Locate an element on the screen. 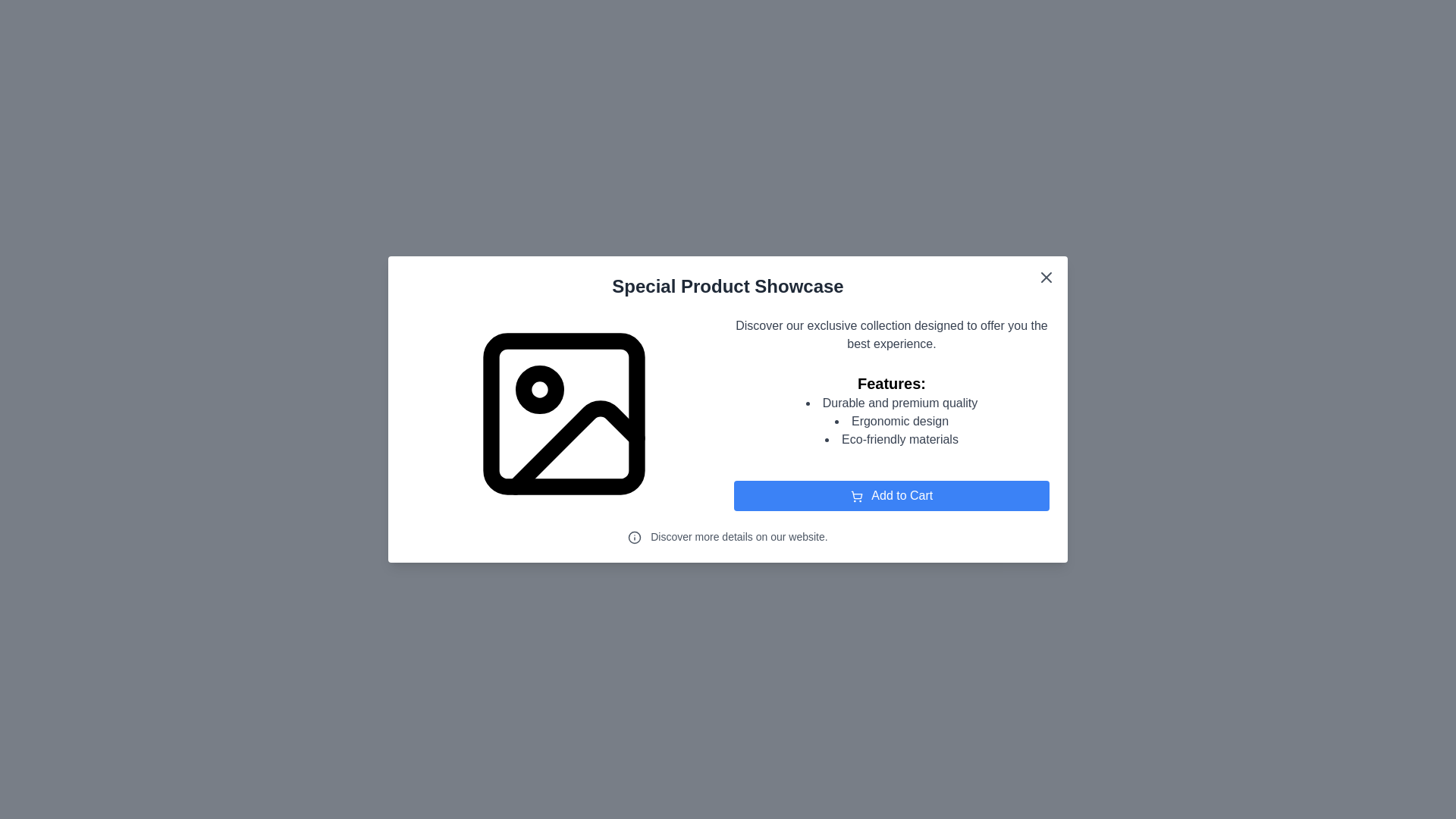  the static label with the text 'Special Product Showcase', which is styled in bold and centrally aligned below the close button icon is located at coordinates (728, 286).